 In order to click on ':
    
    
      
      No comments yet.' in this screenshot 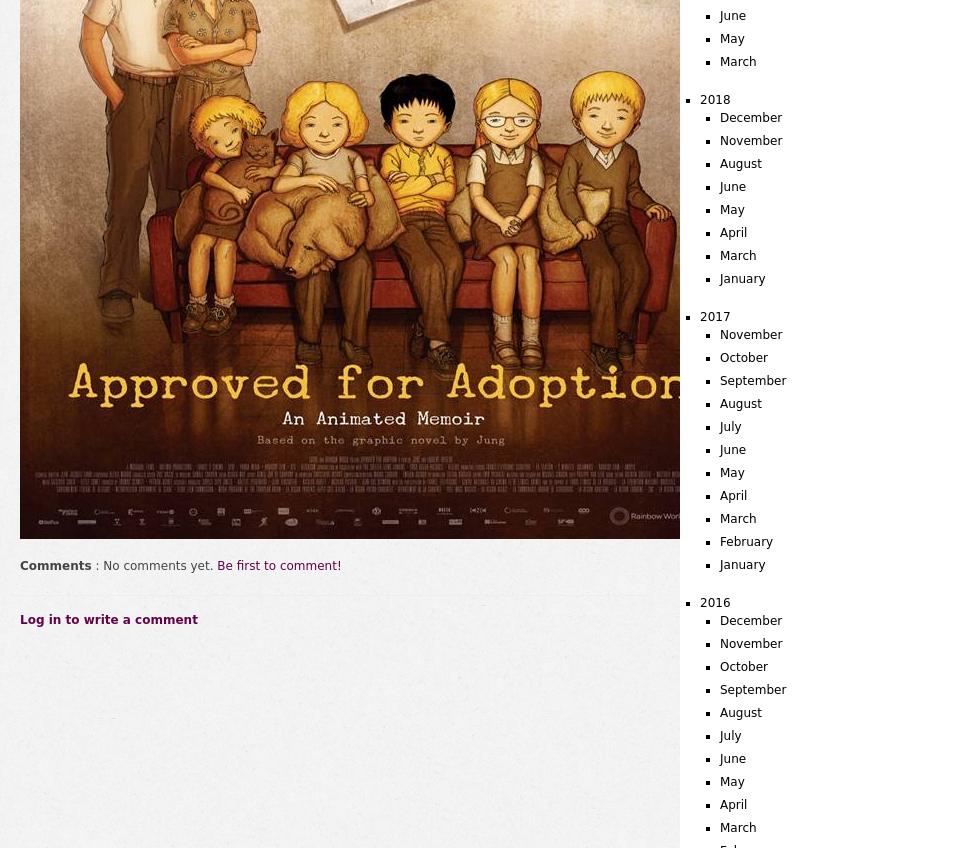, I will do `click(152, 565)`.